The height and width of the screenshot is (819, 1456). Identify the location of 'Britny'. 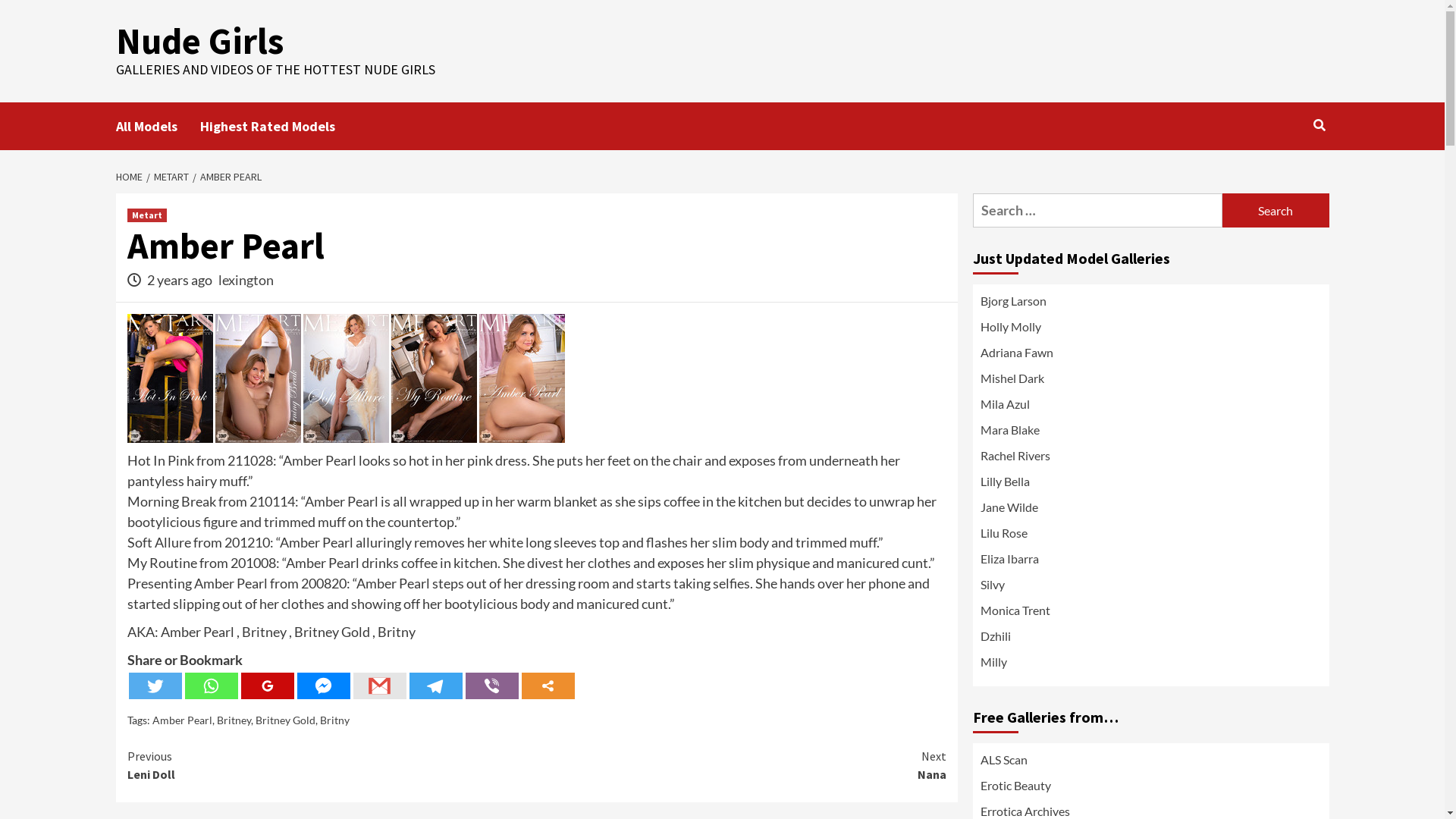
(334, 719).